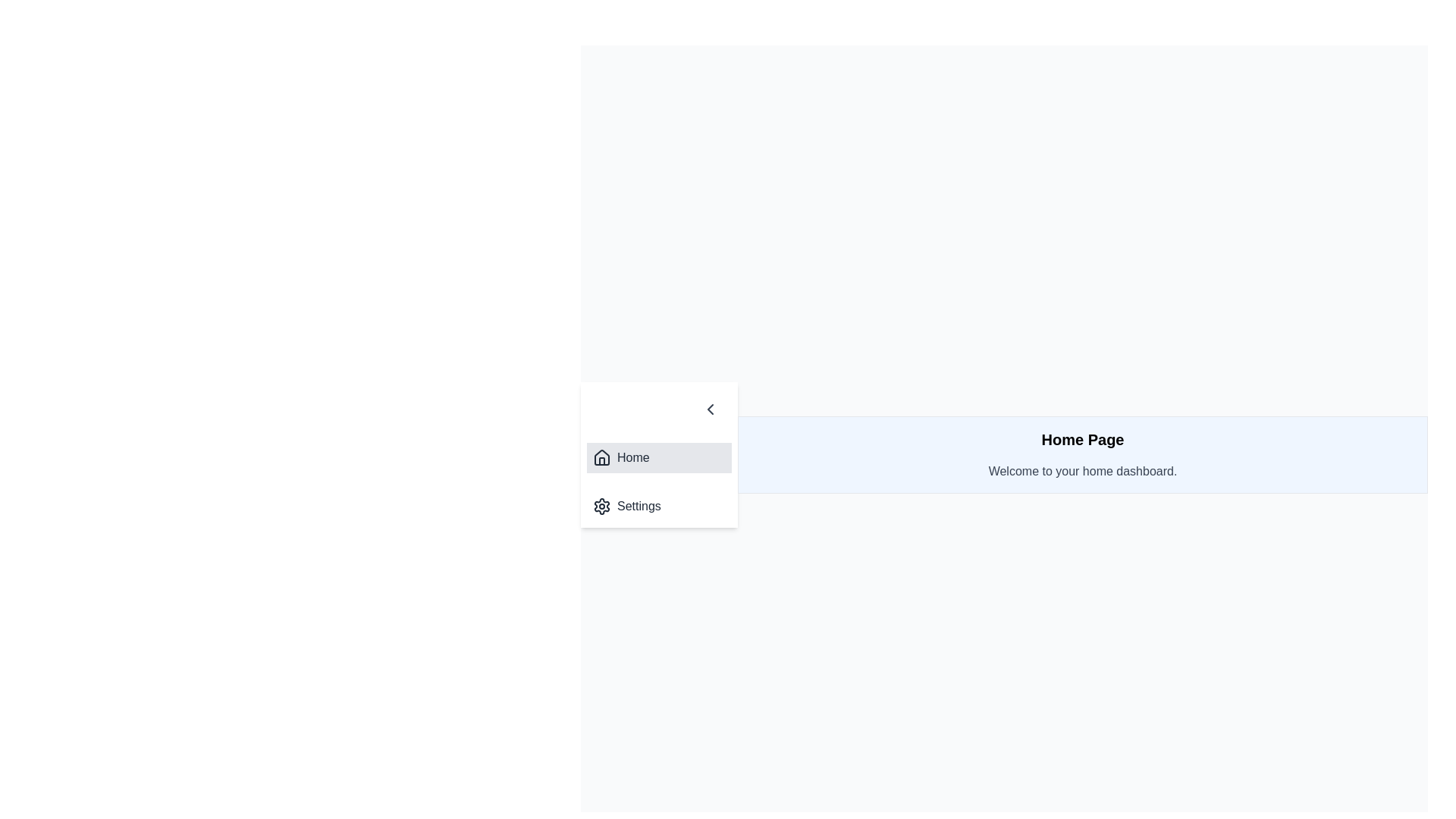  Describe the element at coordinates (710, 409) in the screenshot. I see `the left-facing chevron icon` at that location.